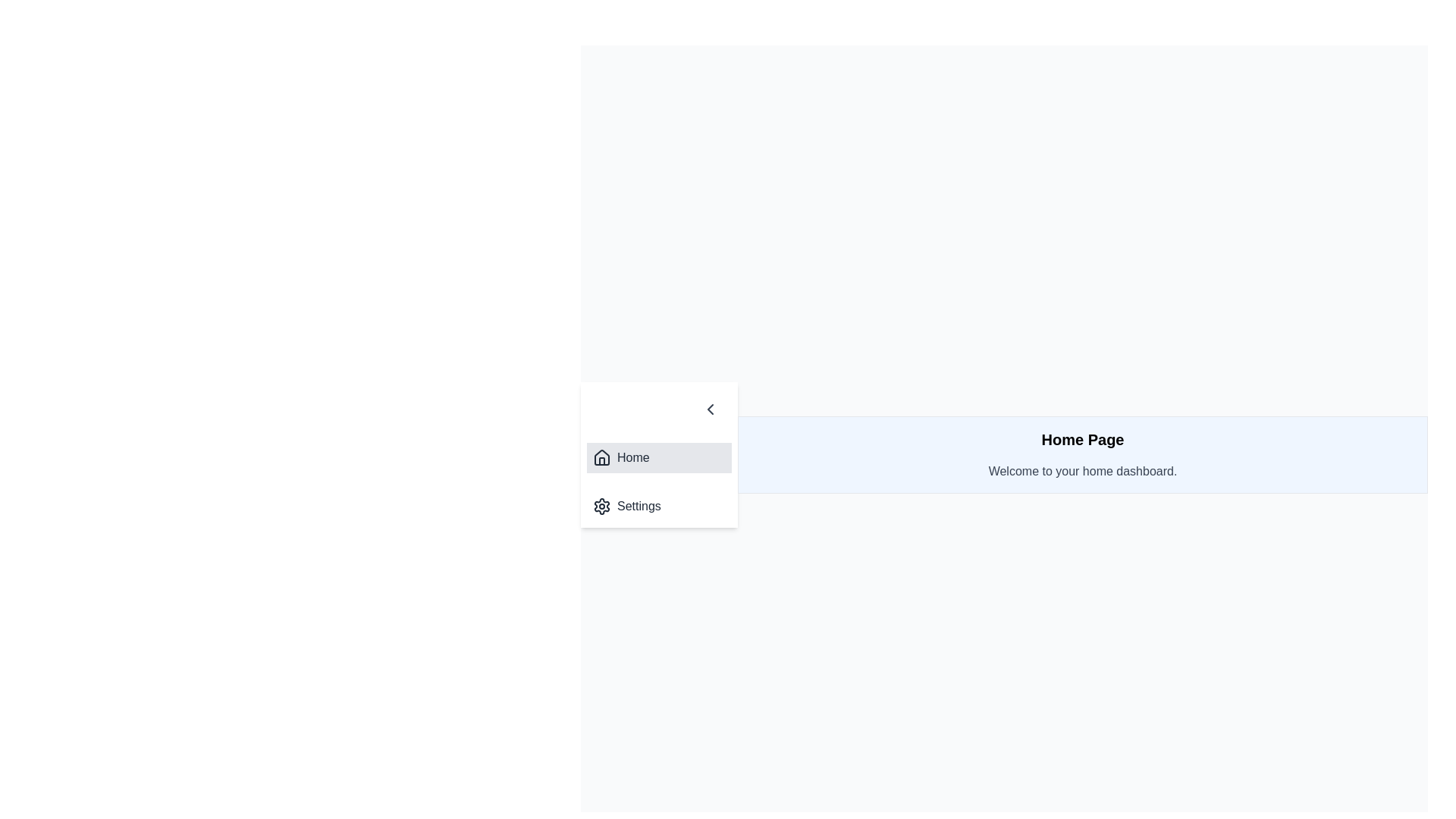  Describe the element at coordinates (710, 409) in the screenshot. I see `the left-facing chevron icon` at that location.